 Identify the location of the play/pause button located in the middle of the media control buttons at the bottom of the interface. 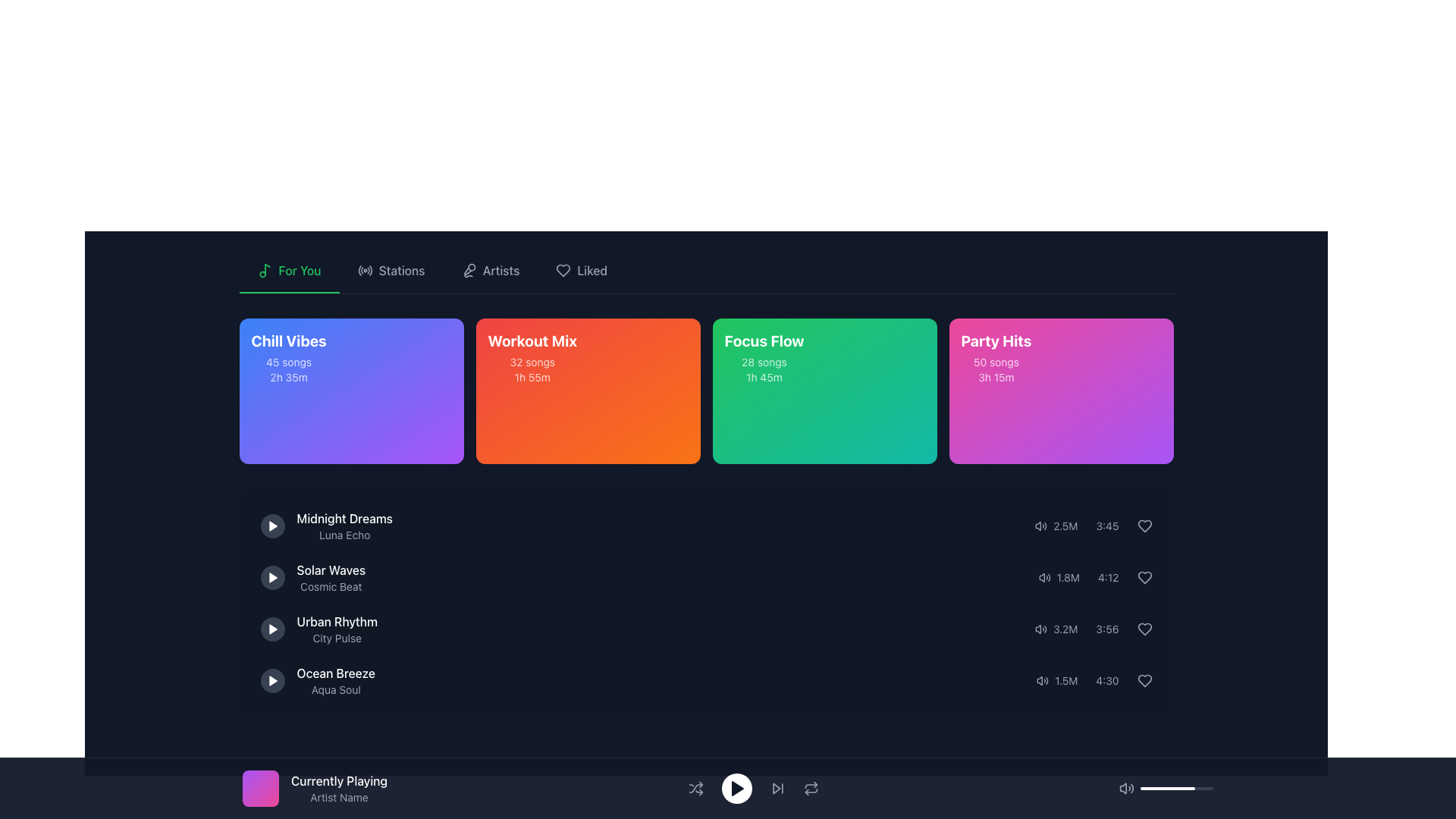
(753, 788).